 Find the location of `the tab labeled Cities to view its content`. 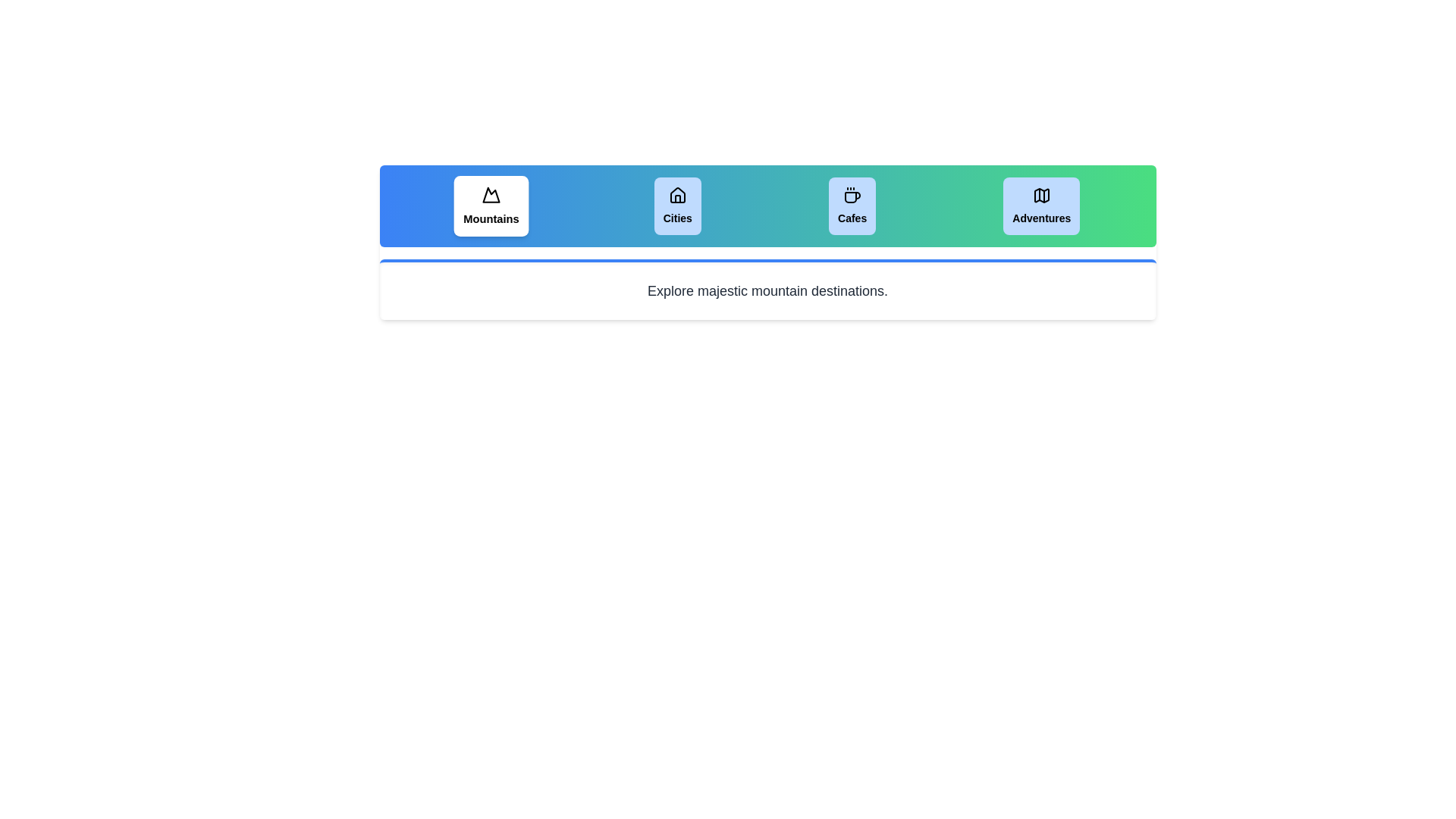

the tab labeled Cities to view its content is located at coordinates (676, 206).